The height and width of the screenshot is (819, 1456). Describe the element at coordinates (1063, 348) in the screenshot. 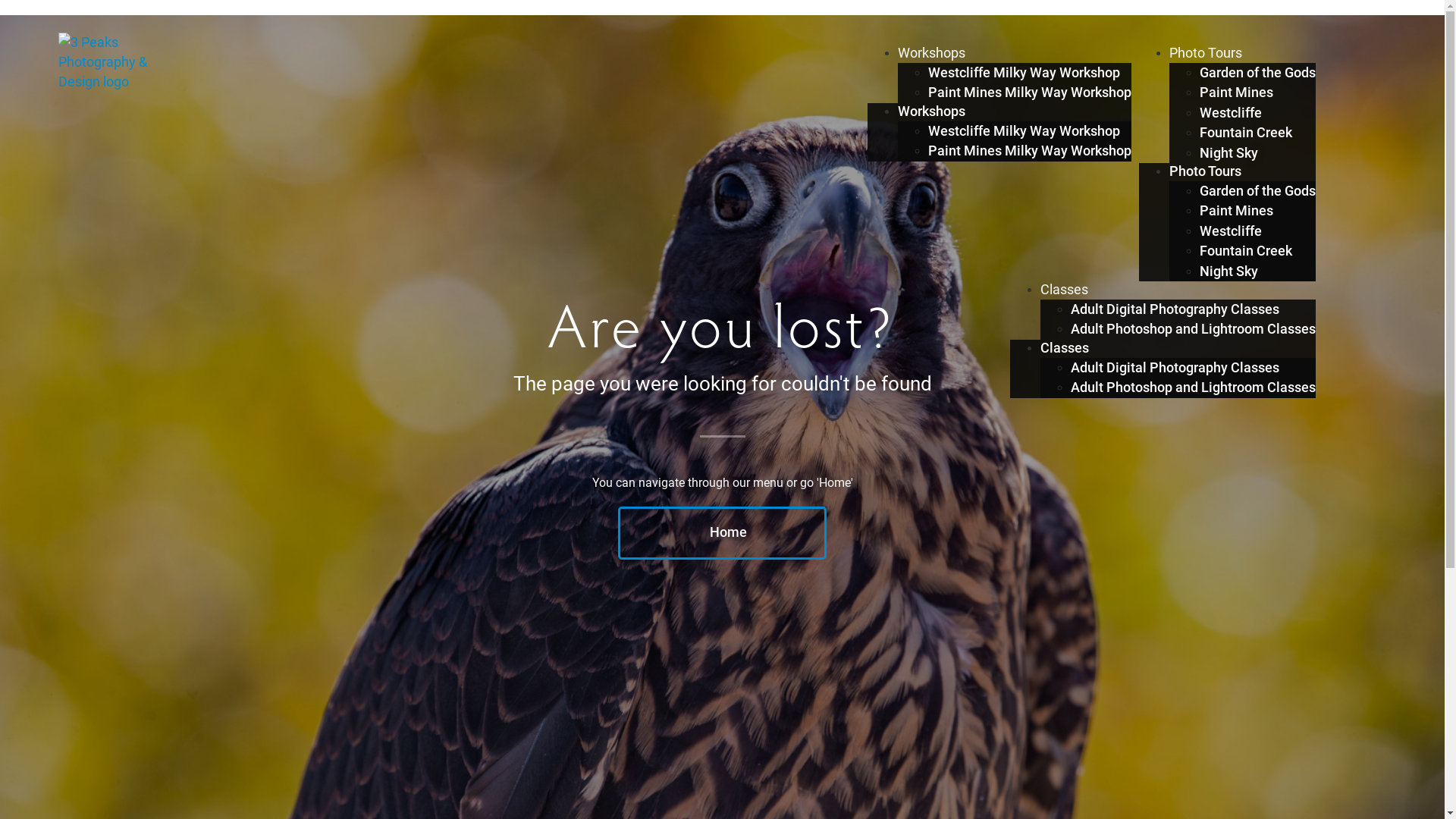

I see `'Classes'` at that location.